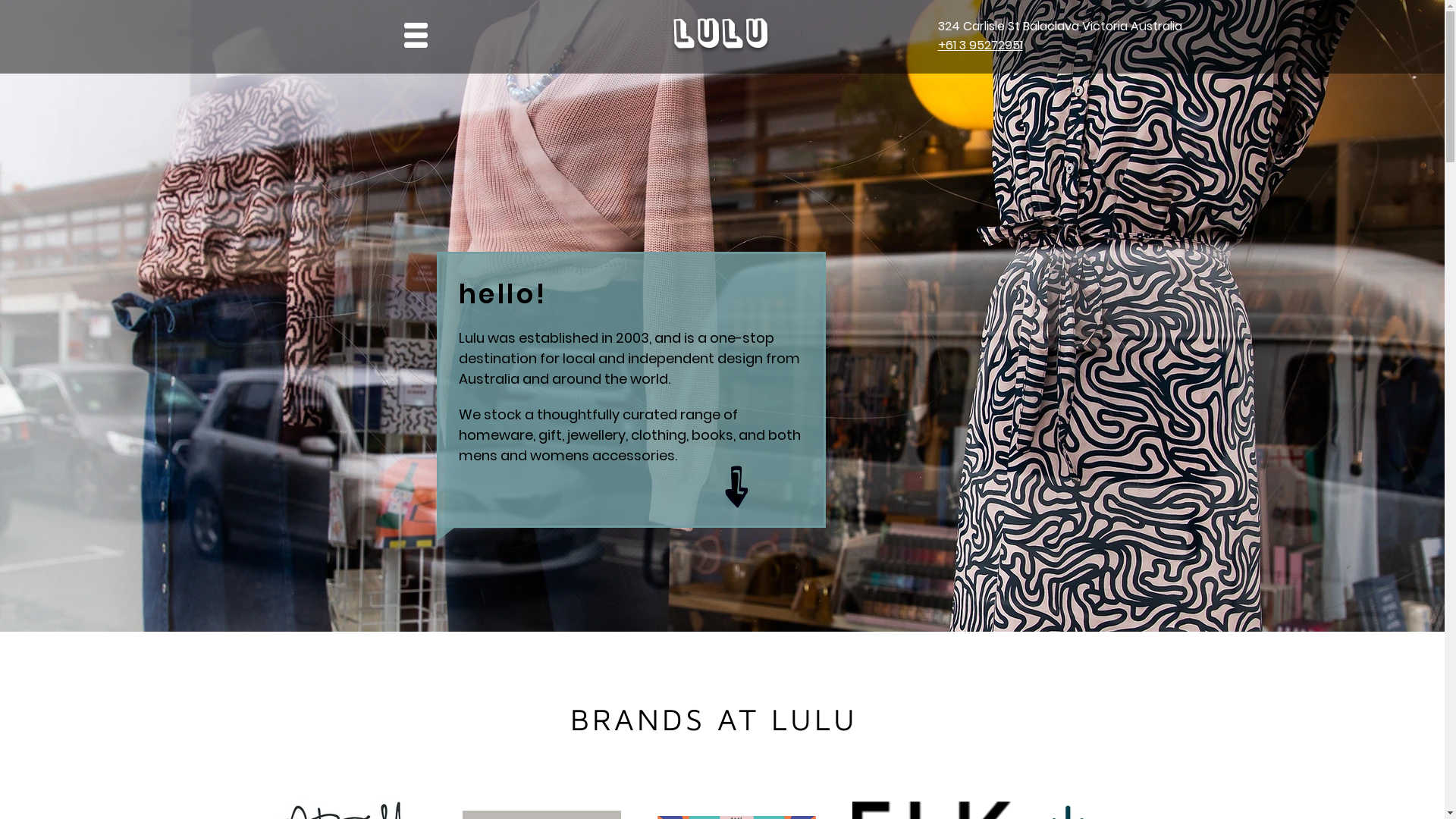 The image size is (1456, 819). Describe the element at coordinates (979, 44) in the screenshot. I see `'+61 3 95272951'` at that location.